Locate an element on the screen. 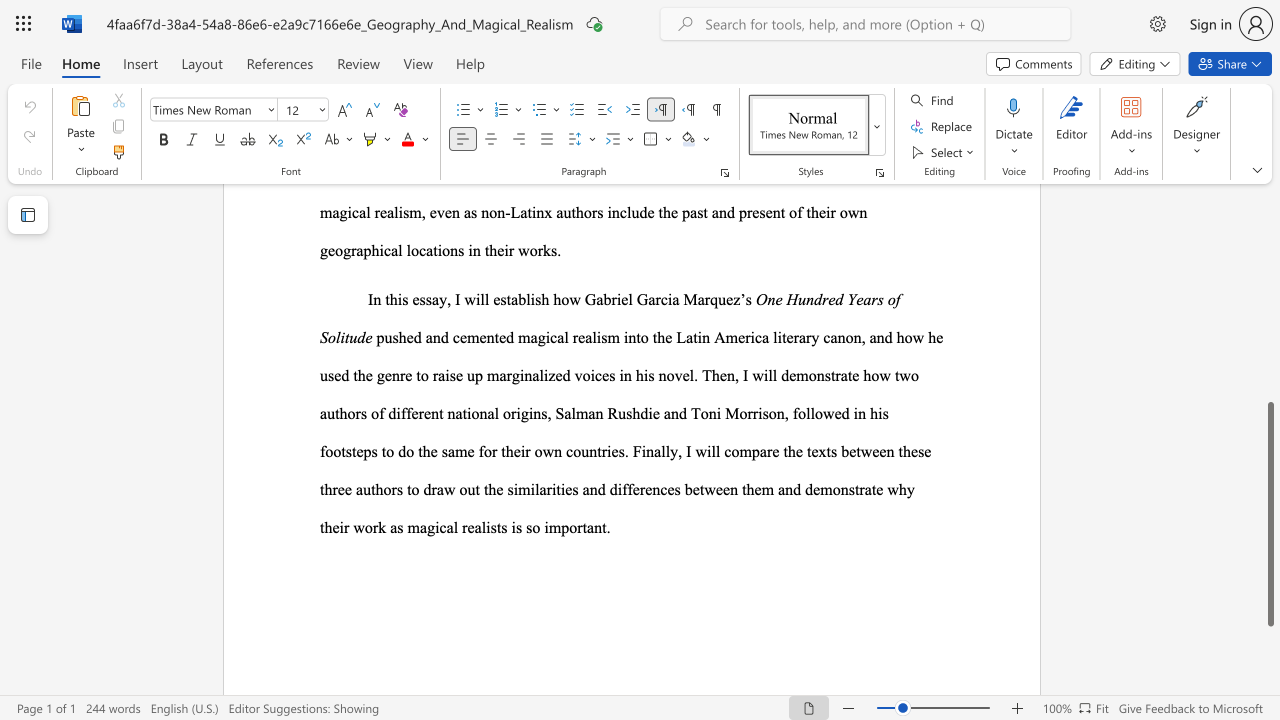 This screenshot has height=720, width=1280. the scrollbar and move down 110 pixels is located at coordinates (1269, 513).